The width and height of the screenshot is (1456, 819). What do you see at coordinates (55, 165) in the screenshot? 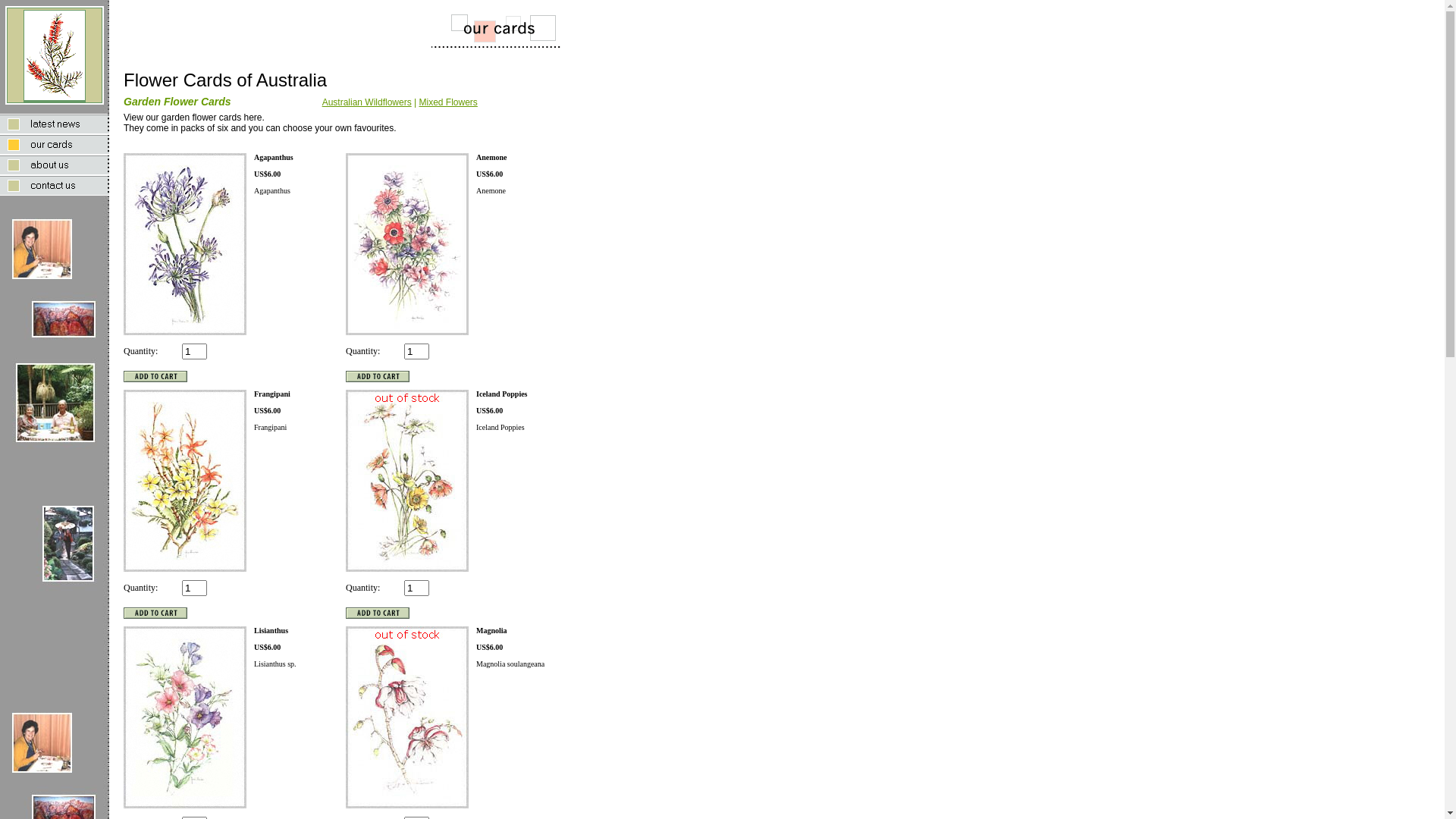
I see `'about us'` at bounding box center [55, 165].